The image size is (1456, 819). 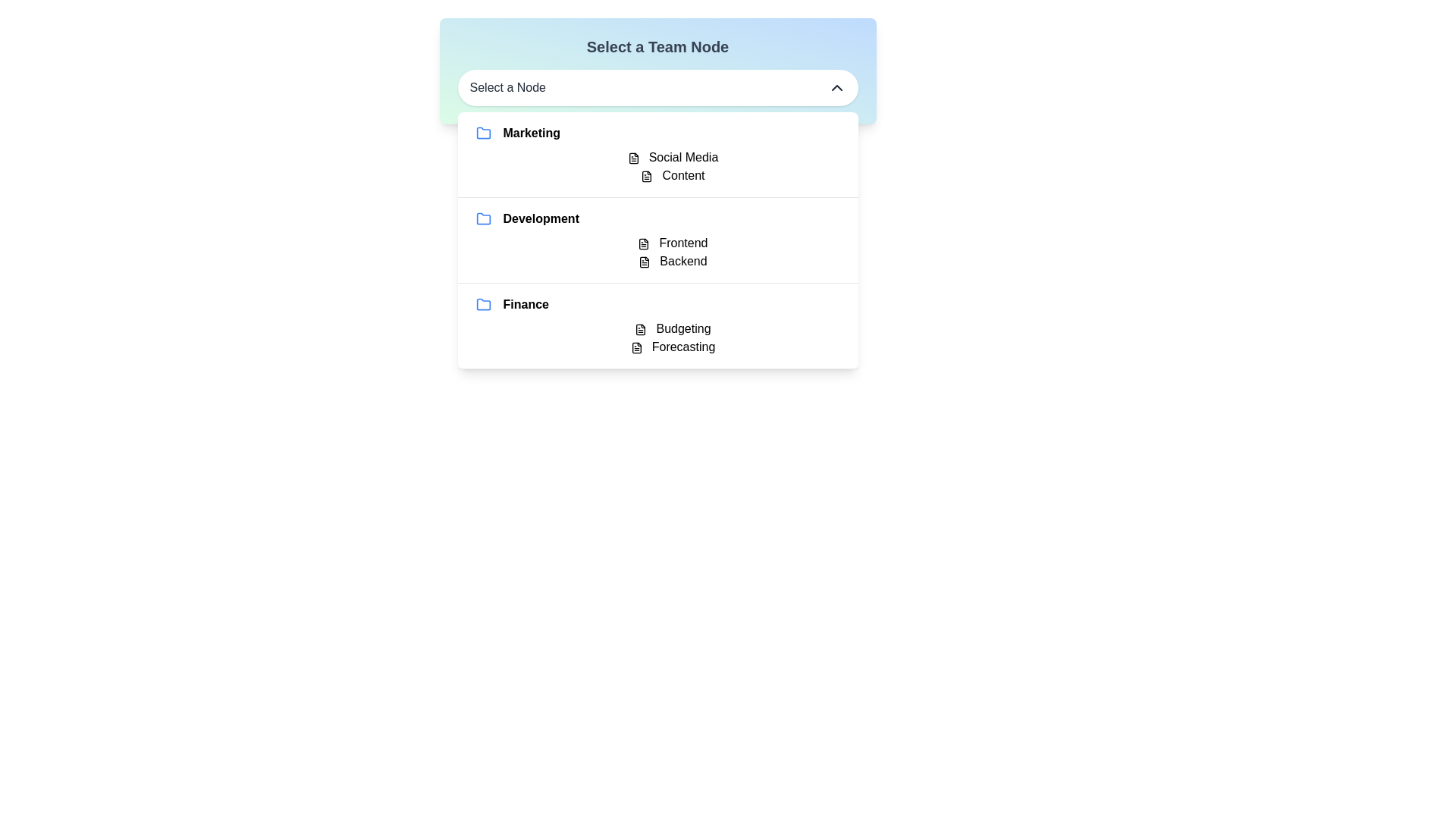 I want to click on the document icon representing text content, which is located to the left of the 'Social Media' label in the 'Marketing' category dropdown menu, so click(x=633, y=158).